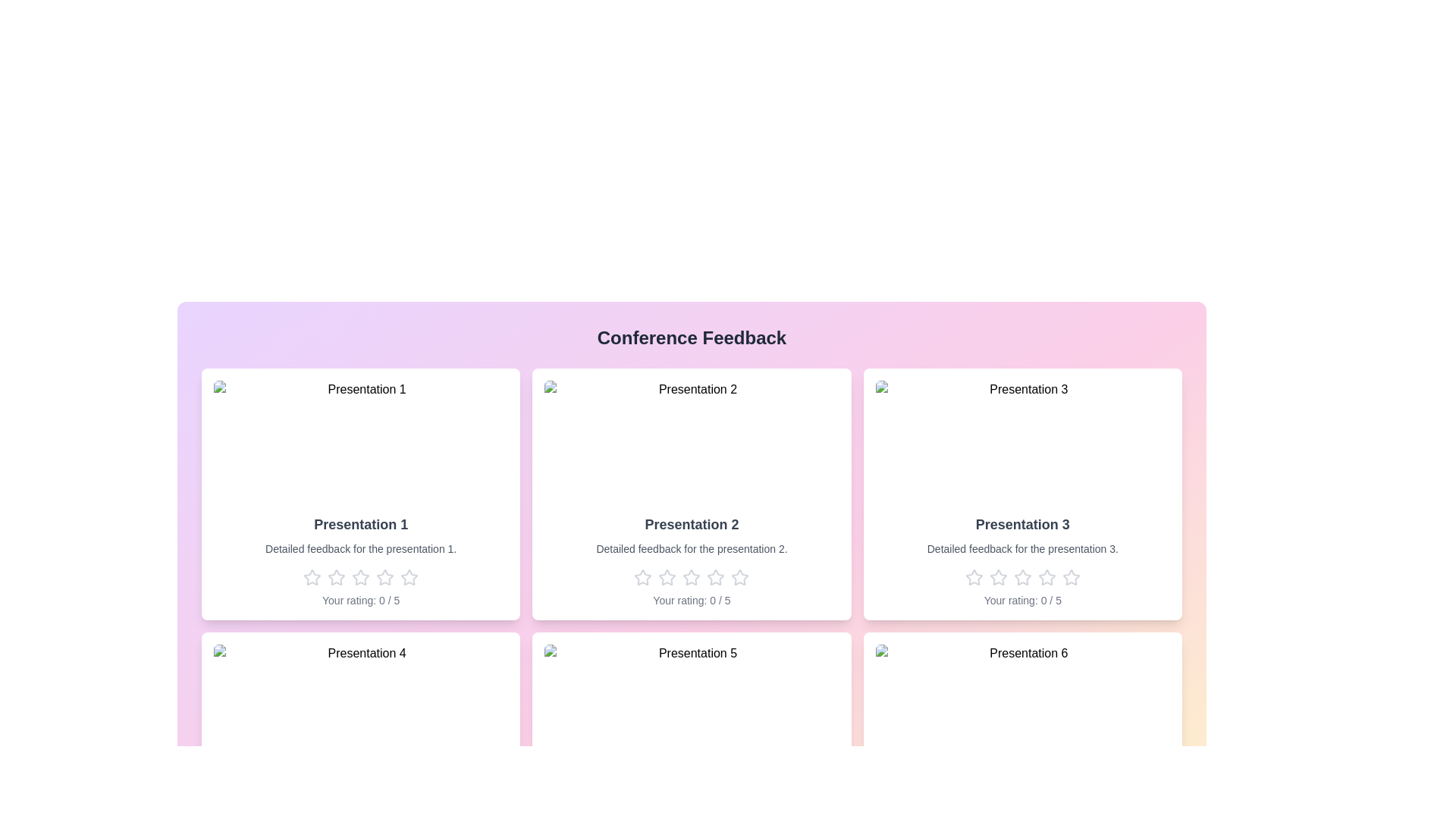 This screenshot has height=819, width=1456. Describe the element at coordinates (359, 549) in the screenshot. I see `the feedback description of a presentation to read it` at that location.